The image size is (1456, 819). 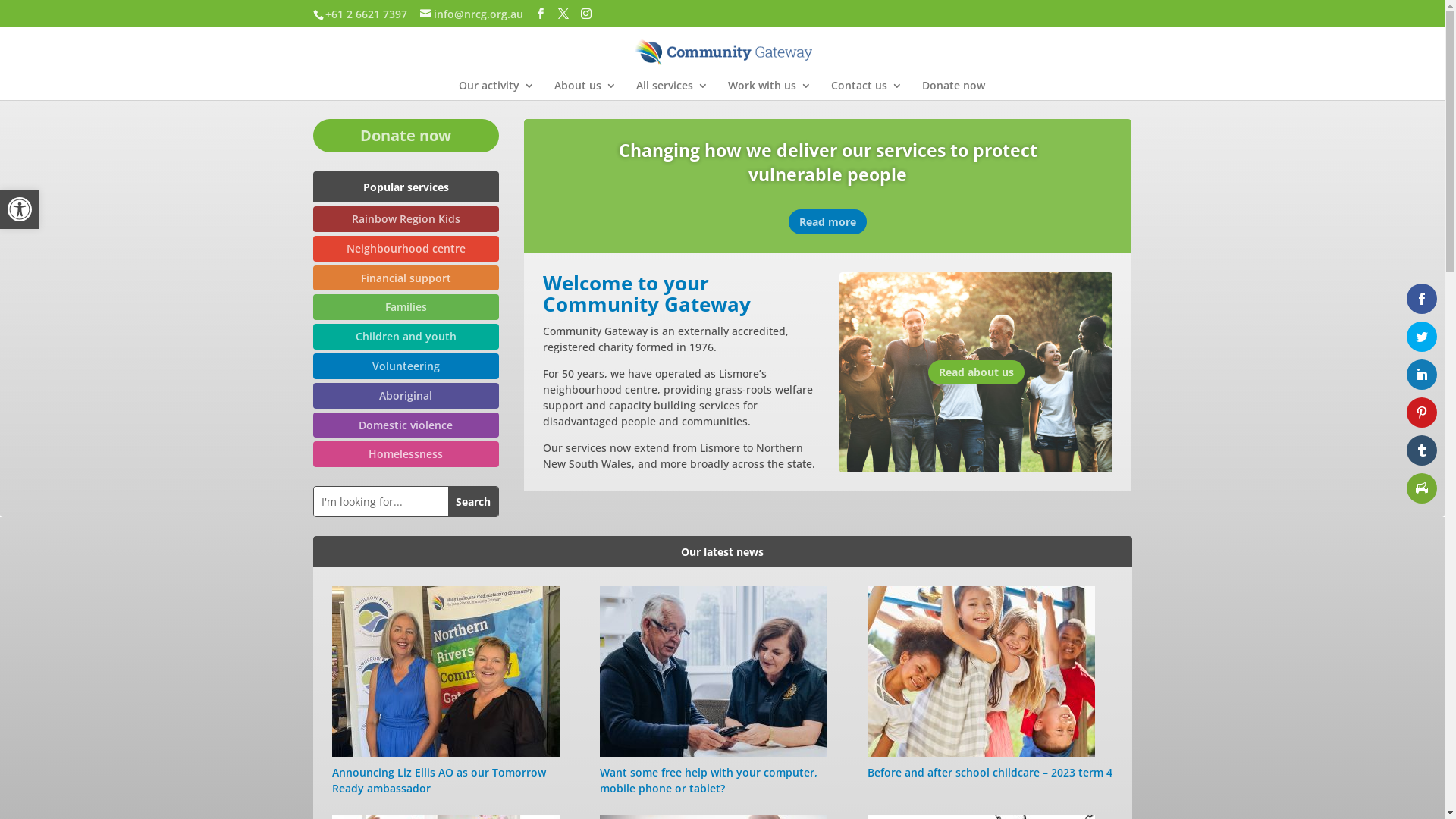 What do you see at coordinates (584, 90) in the screenshot?
I see `'About us'` at bounding box center [584, 90].